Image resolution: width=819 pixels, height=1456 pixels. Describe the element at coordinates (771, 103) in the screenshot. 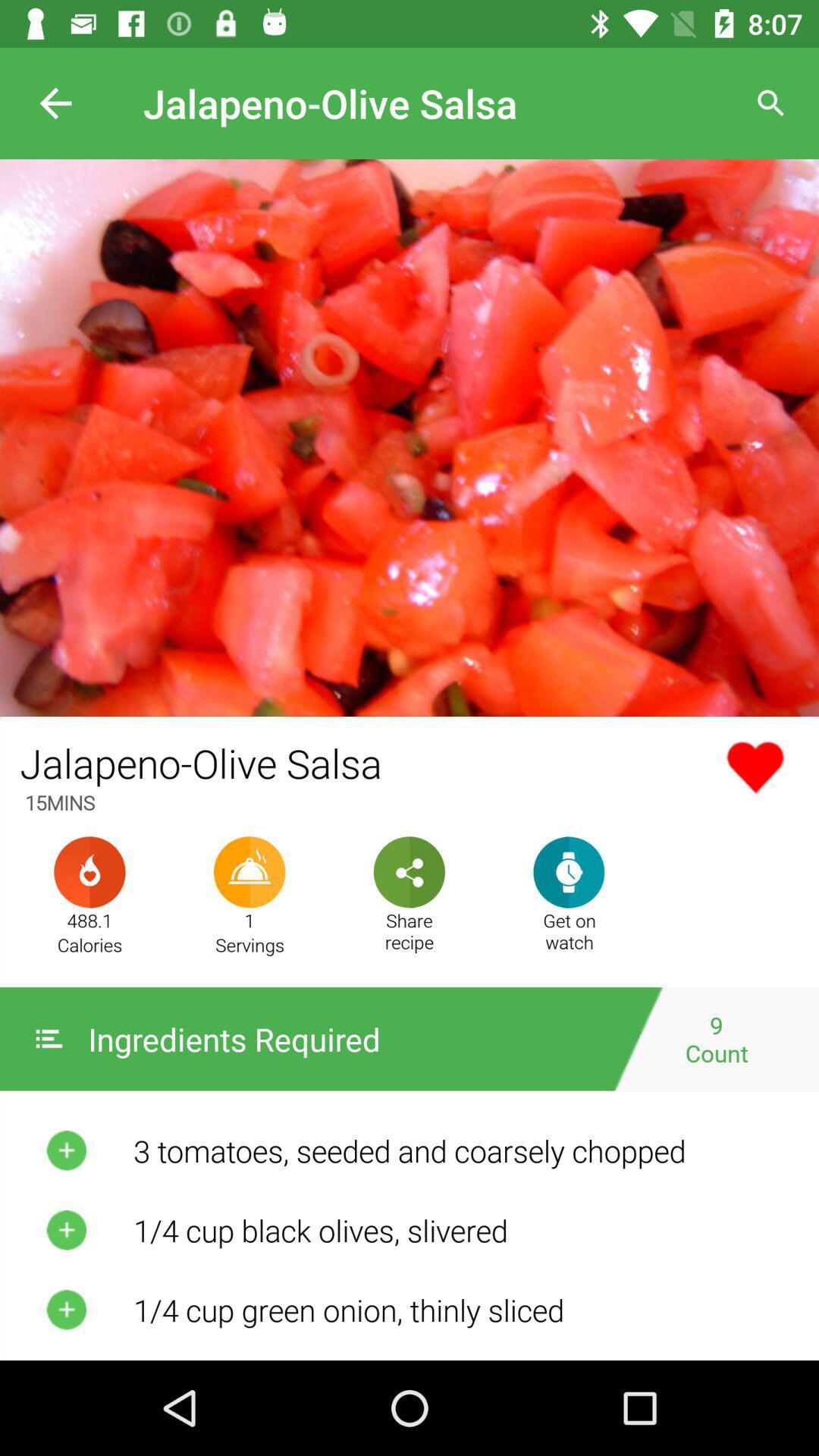

I see `search icon` at that location.